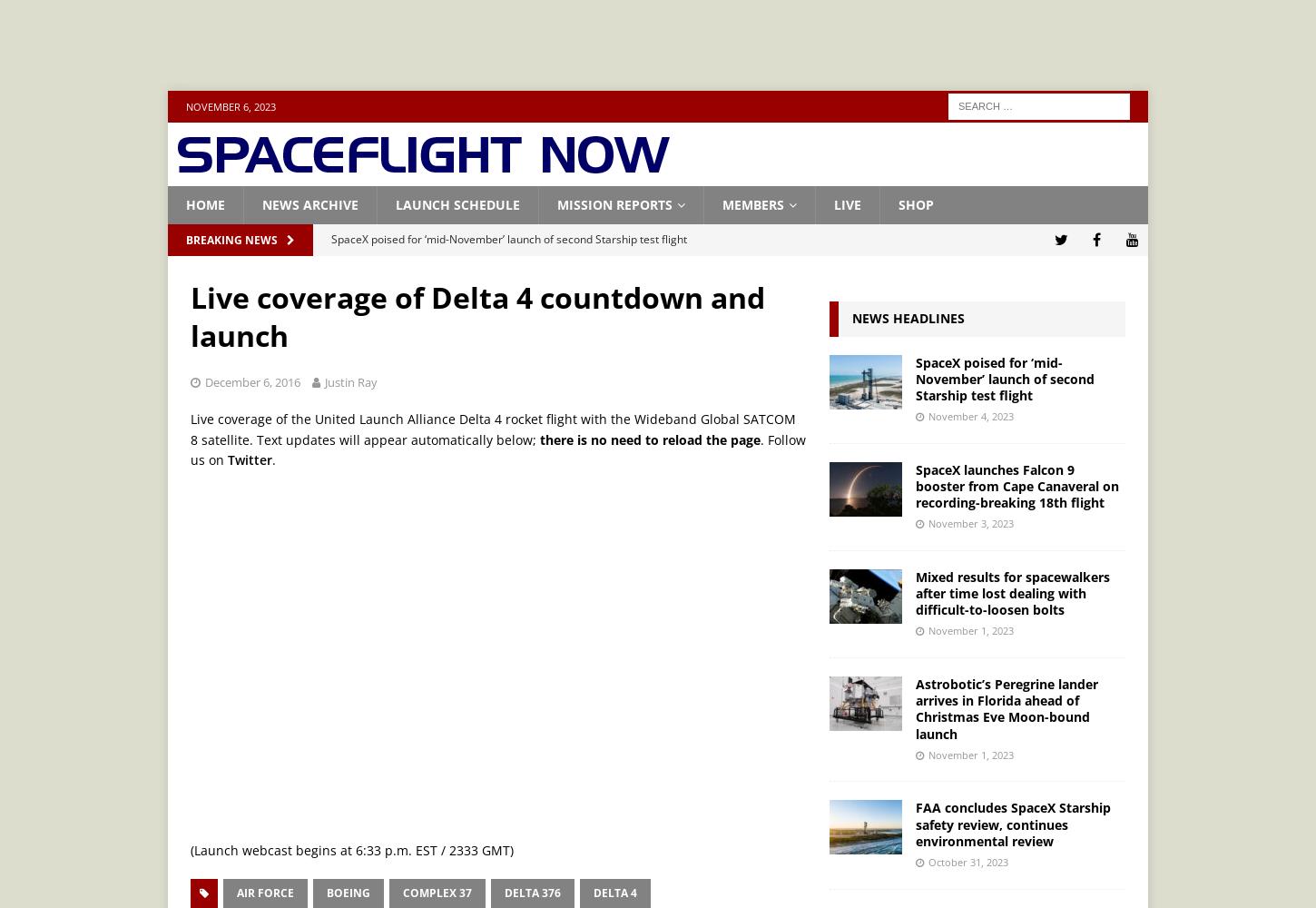  Describe the element at coordinates (351, 849) in the screenshot. I see `'(Launch webcast begins at 6:33 p.m. EST / 2333 GMT)'` at that location.